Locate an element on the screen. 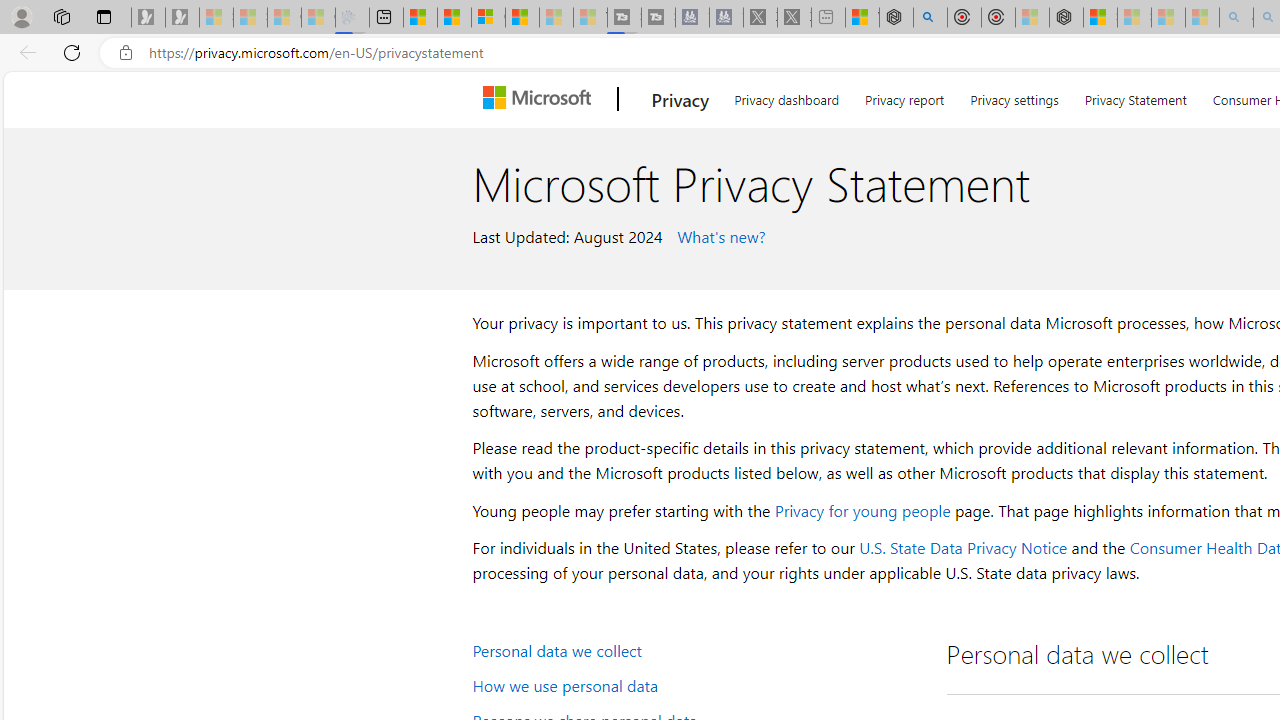  'Newsletter Sign Up - Sleeping' is located at coordinates (182, 17).